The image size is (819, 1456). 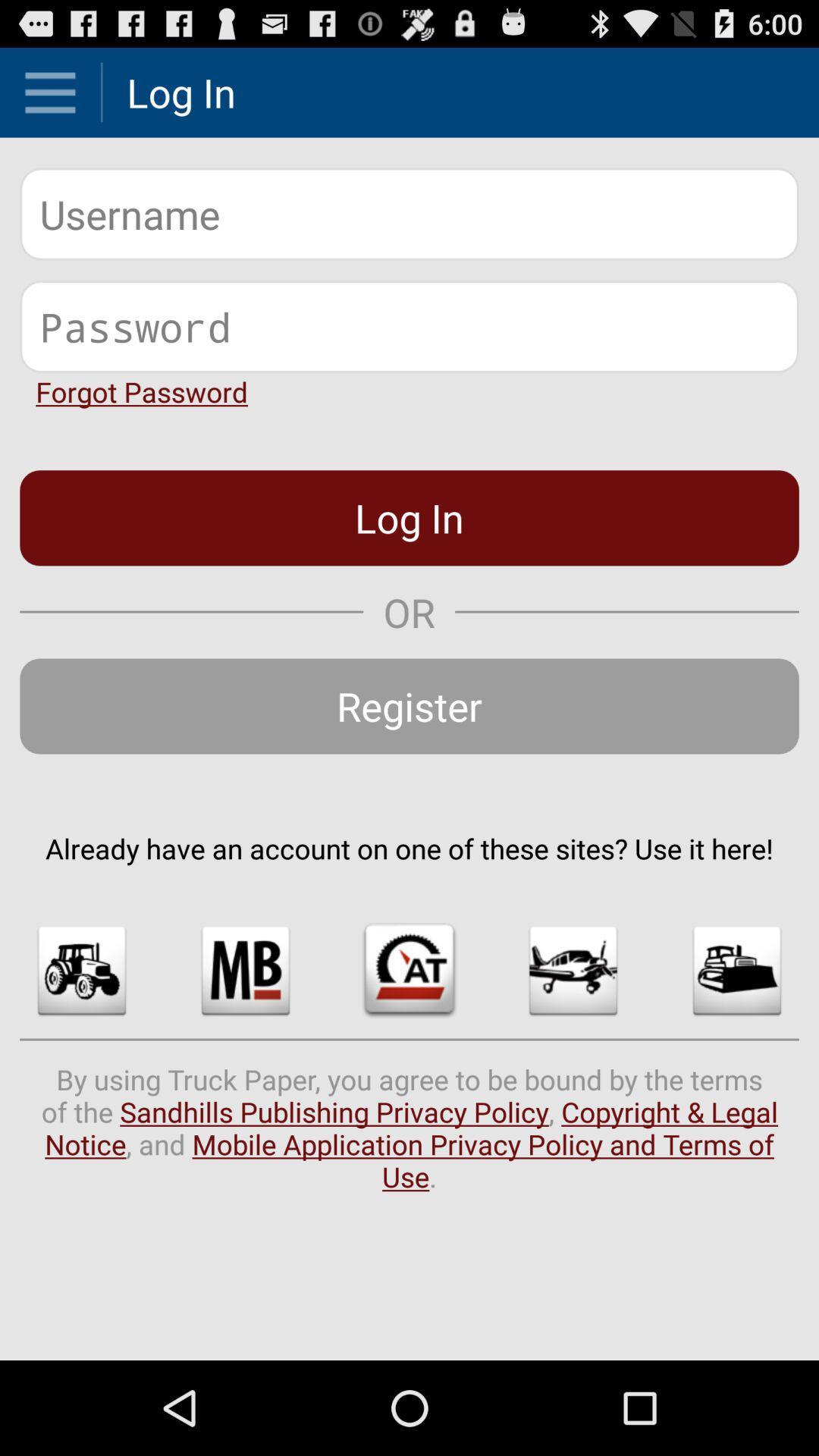 I want to click on mb account, so click(x=245, y=971).